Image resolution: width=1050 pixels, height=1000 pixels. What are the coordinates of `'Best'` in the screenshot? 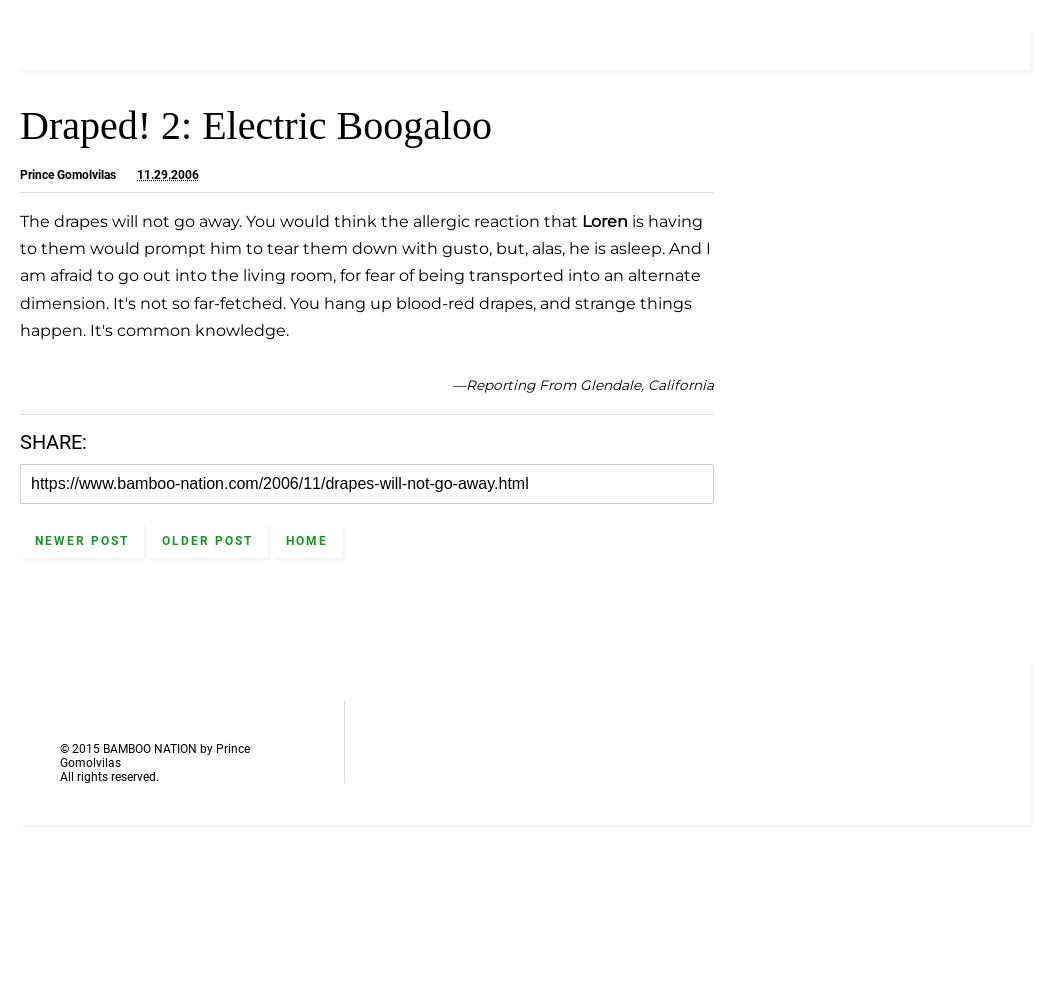 It's located at (802, 246).